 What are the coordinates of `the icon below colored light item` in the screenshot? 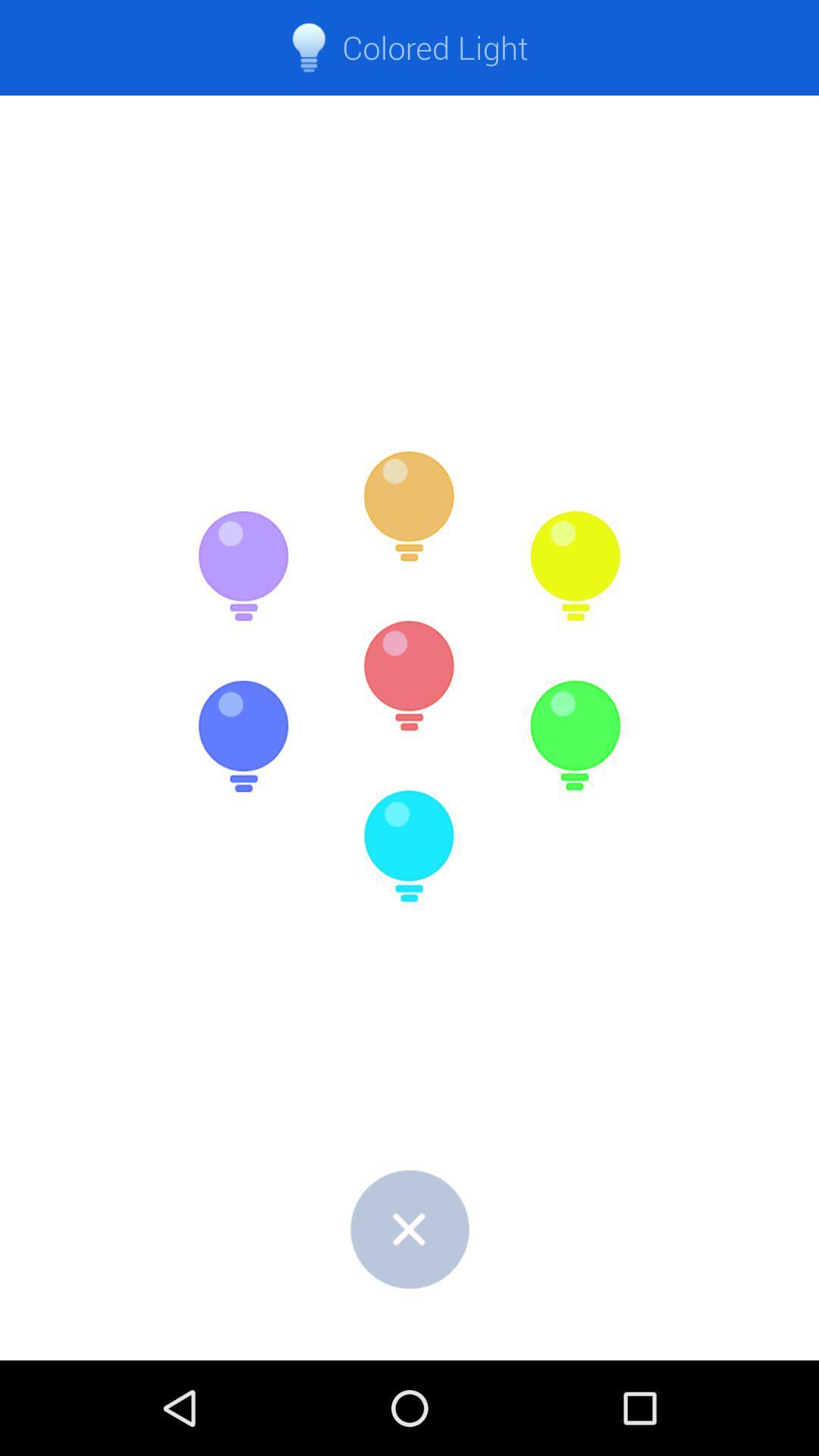 It's located at (409, 507).